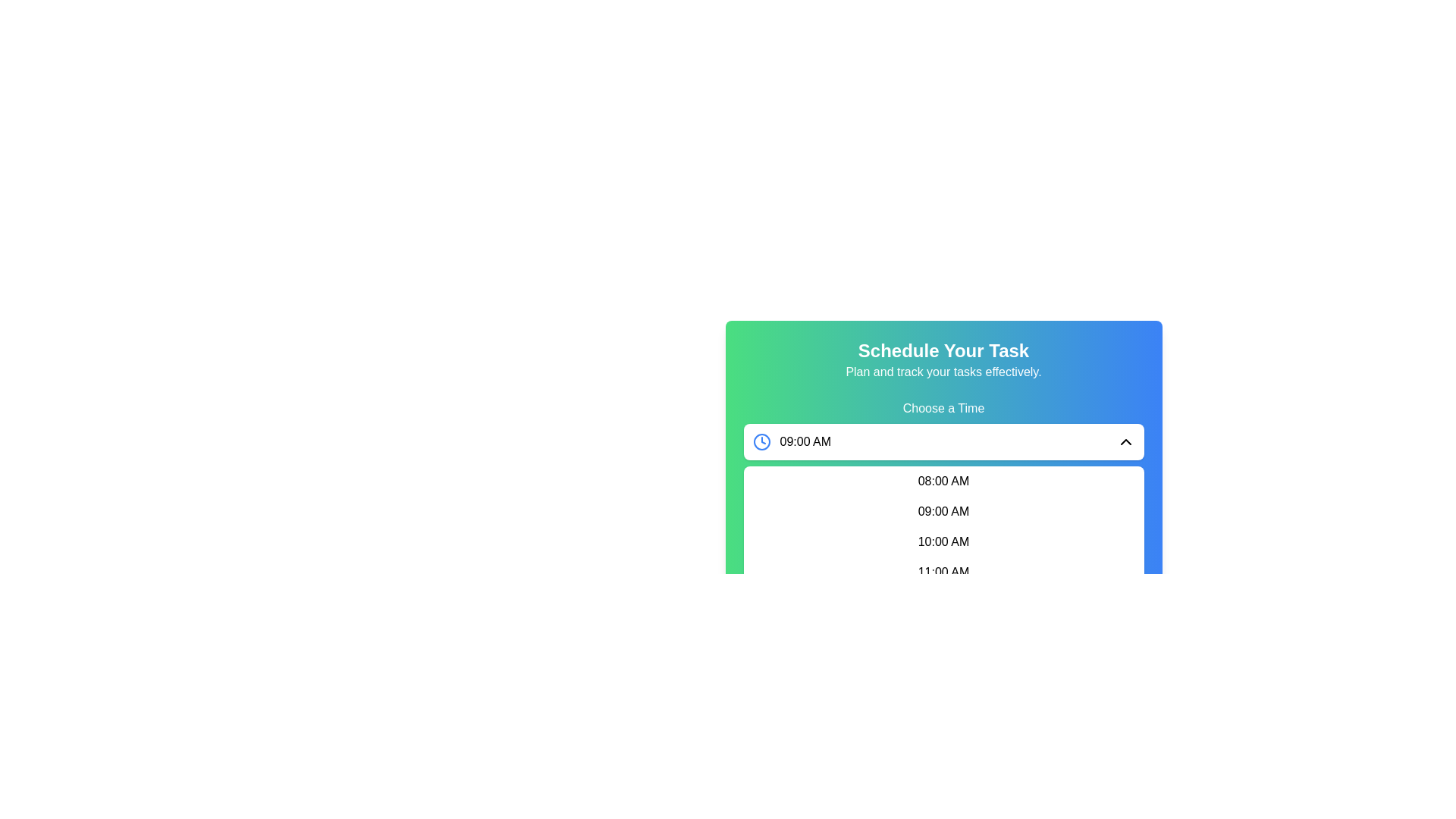 The width and height of the screenshot is (1456, 819). Describe the element at coordinates (805, 441) in the screenshot. I see `the static text element displaying the selected time in the dropdown menu below the header 'Choose a Time'` at that location.